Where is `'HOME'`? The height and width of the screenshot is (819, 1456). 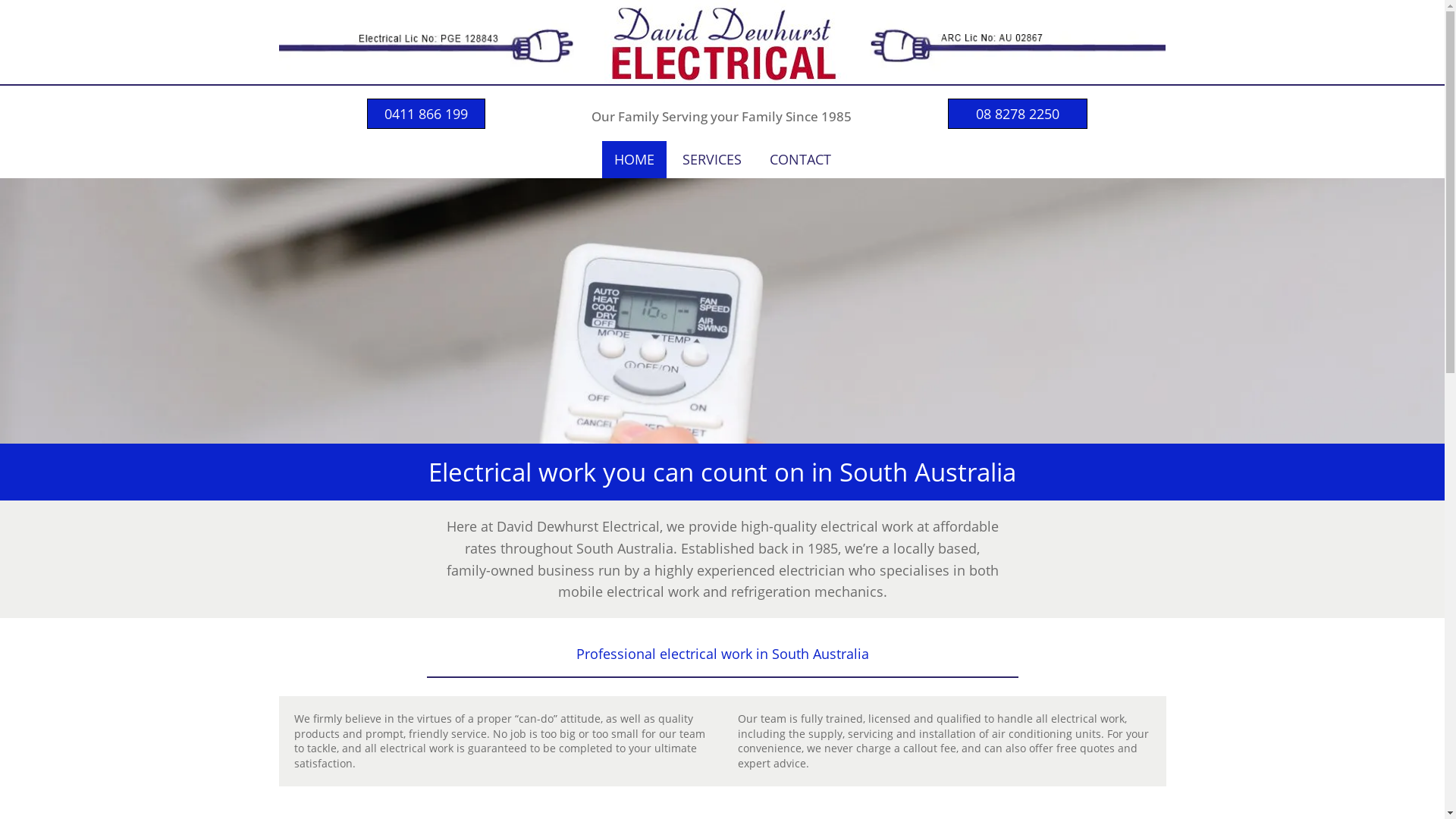 'HOME' is located at coordinates (634, 159).